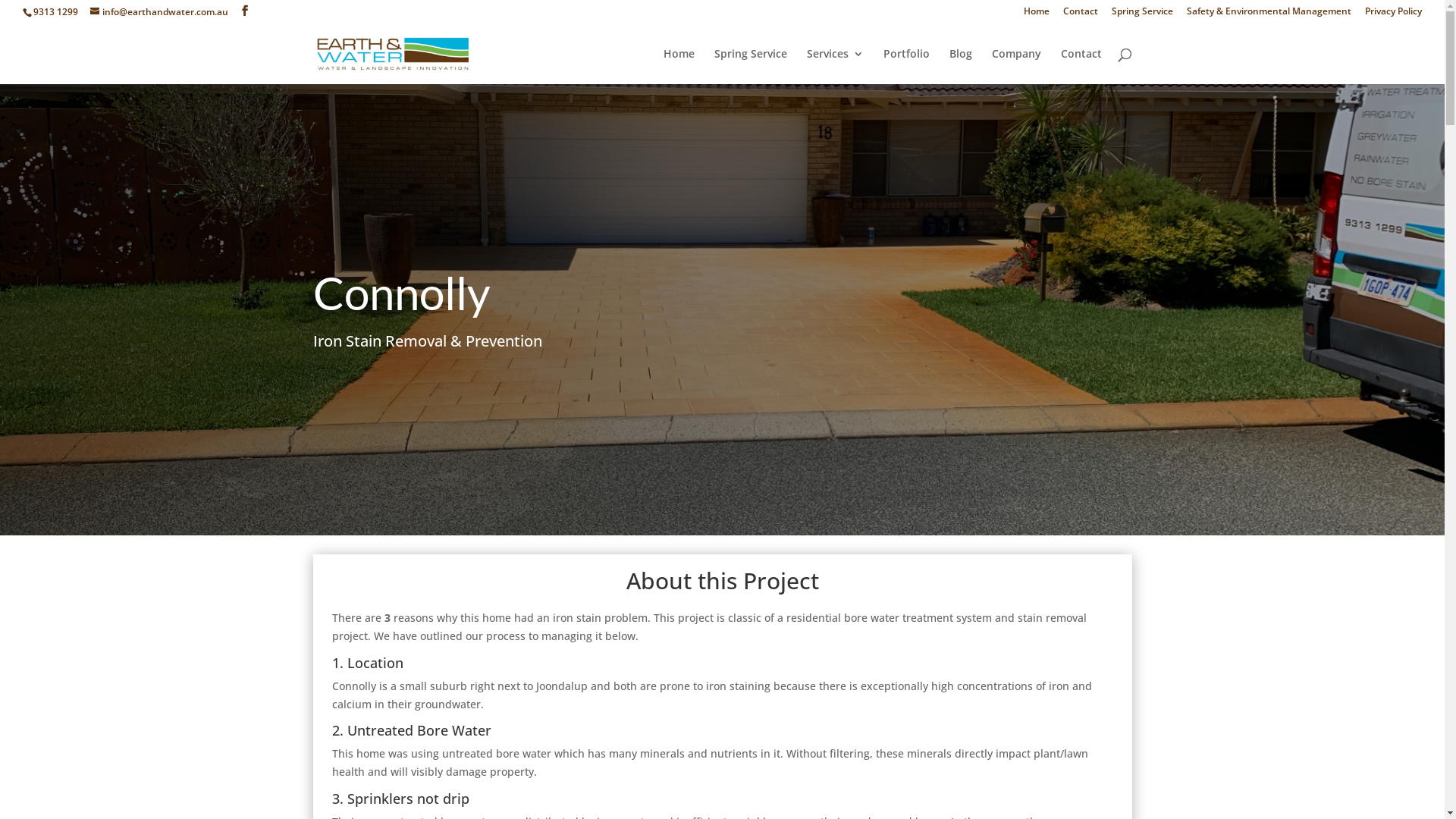  What do you see at coordinates (1269, 14) in the screenshot?
I see `'Safety & Environmental Management'` at bounding box center [1269, 14].